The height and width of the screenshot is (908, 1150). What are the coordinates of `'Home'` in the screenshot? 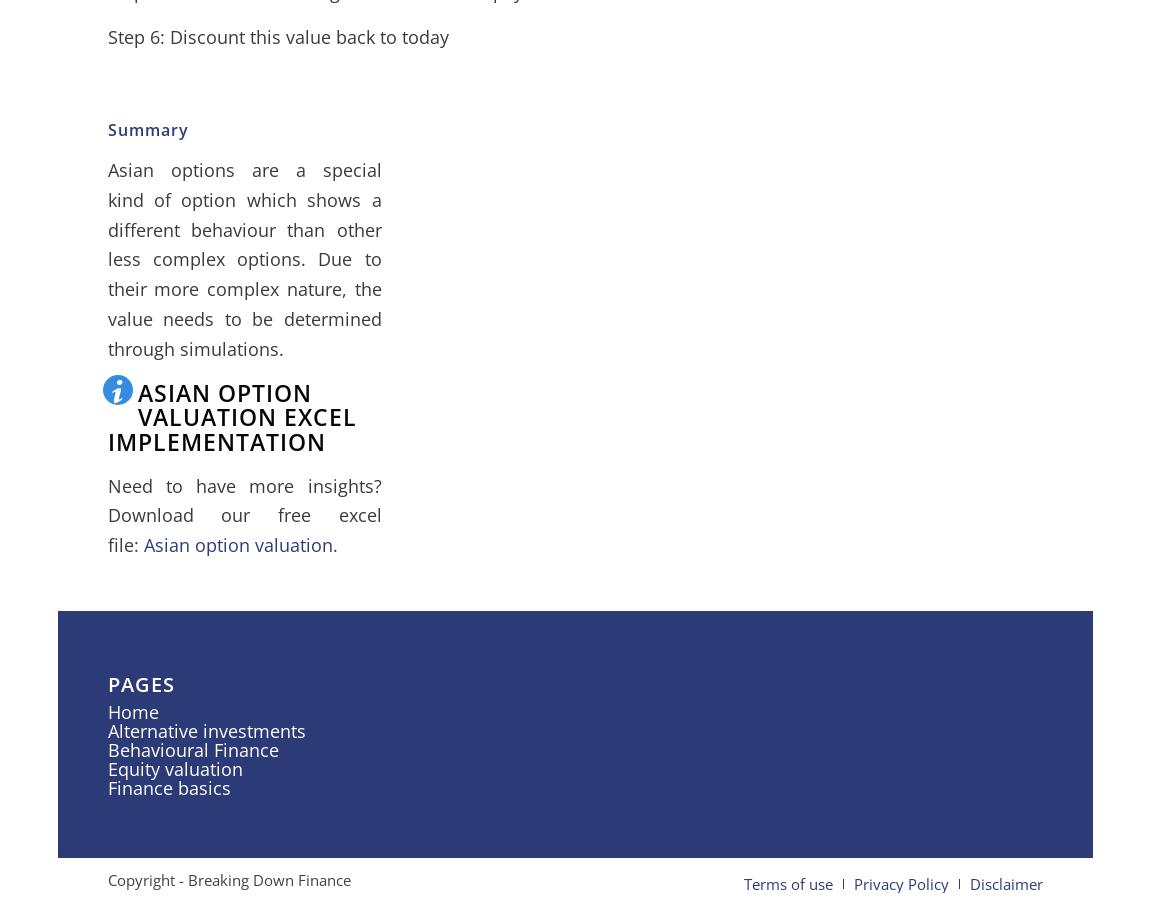 It's located at (105, 710).